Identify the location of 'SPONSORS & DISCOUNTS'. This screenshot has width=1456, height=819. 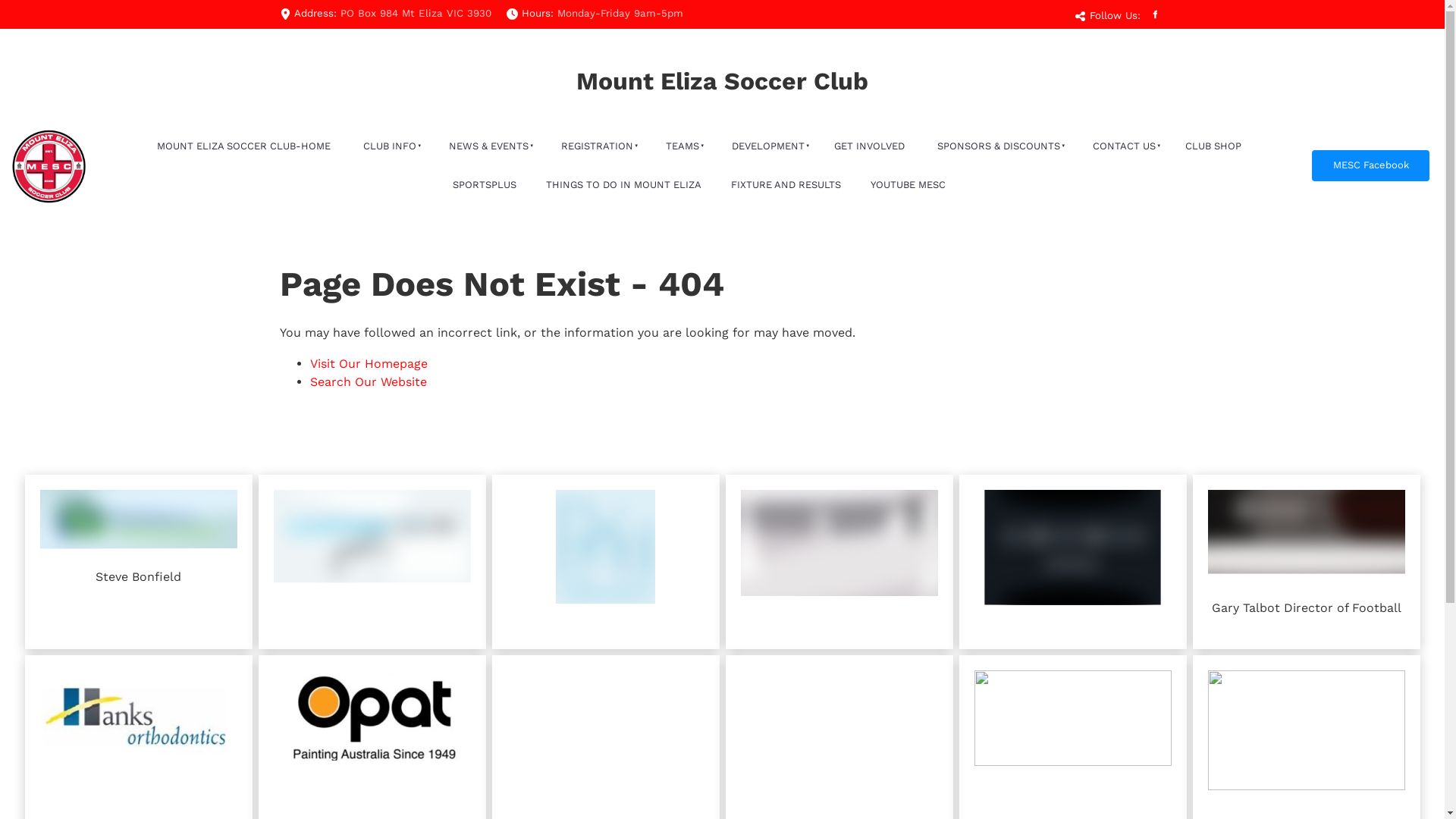
(996, 146).